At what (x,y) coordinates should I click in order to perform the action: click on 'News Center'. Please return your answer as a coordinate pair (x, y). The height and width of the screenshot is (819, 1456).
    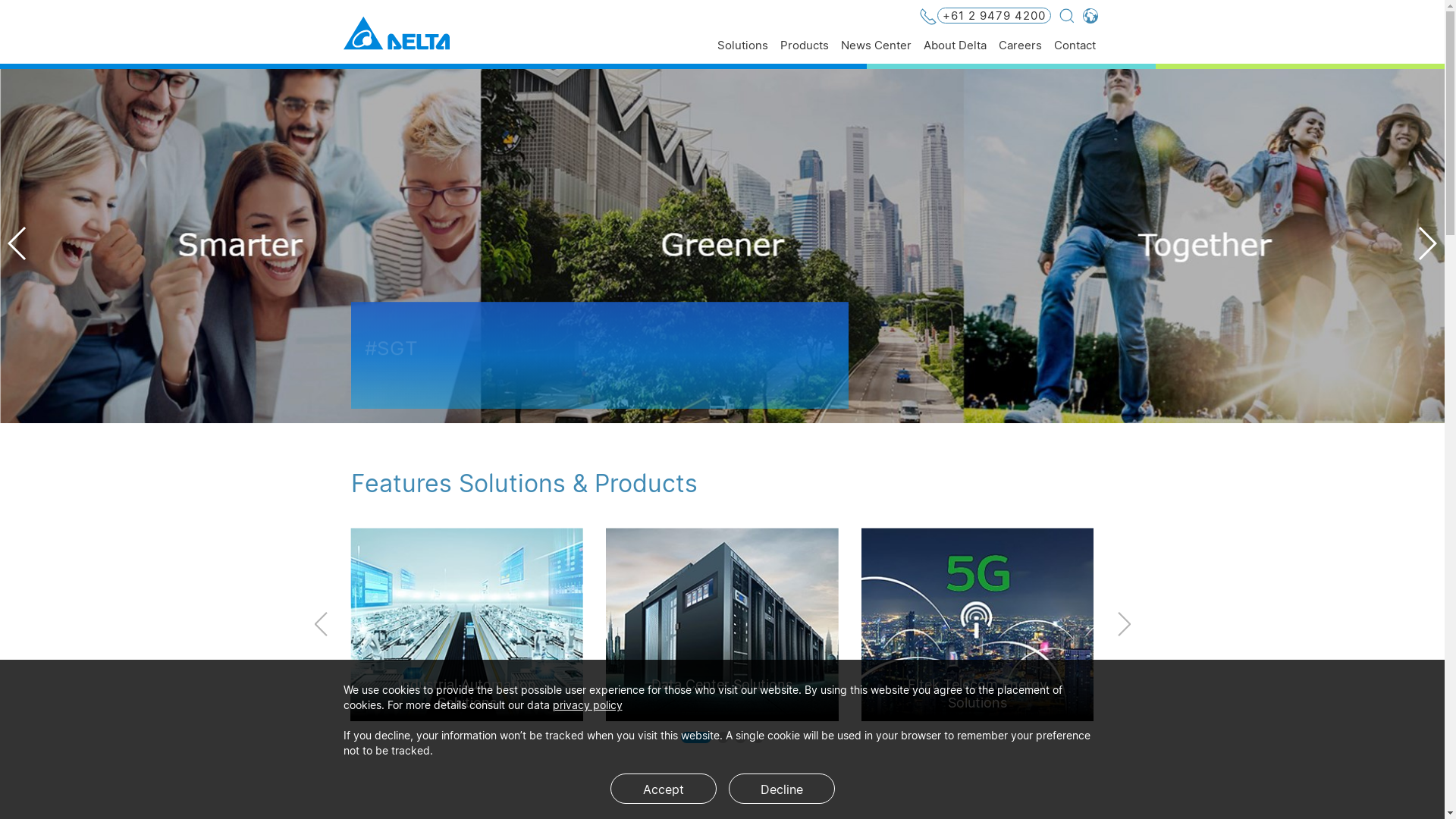
    Looking at the image, I should click on (875, 51).